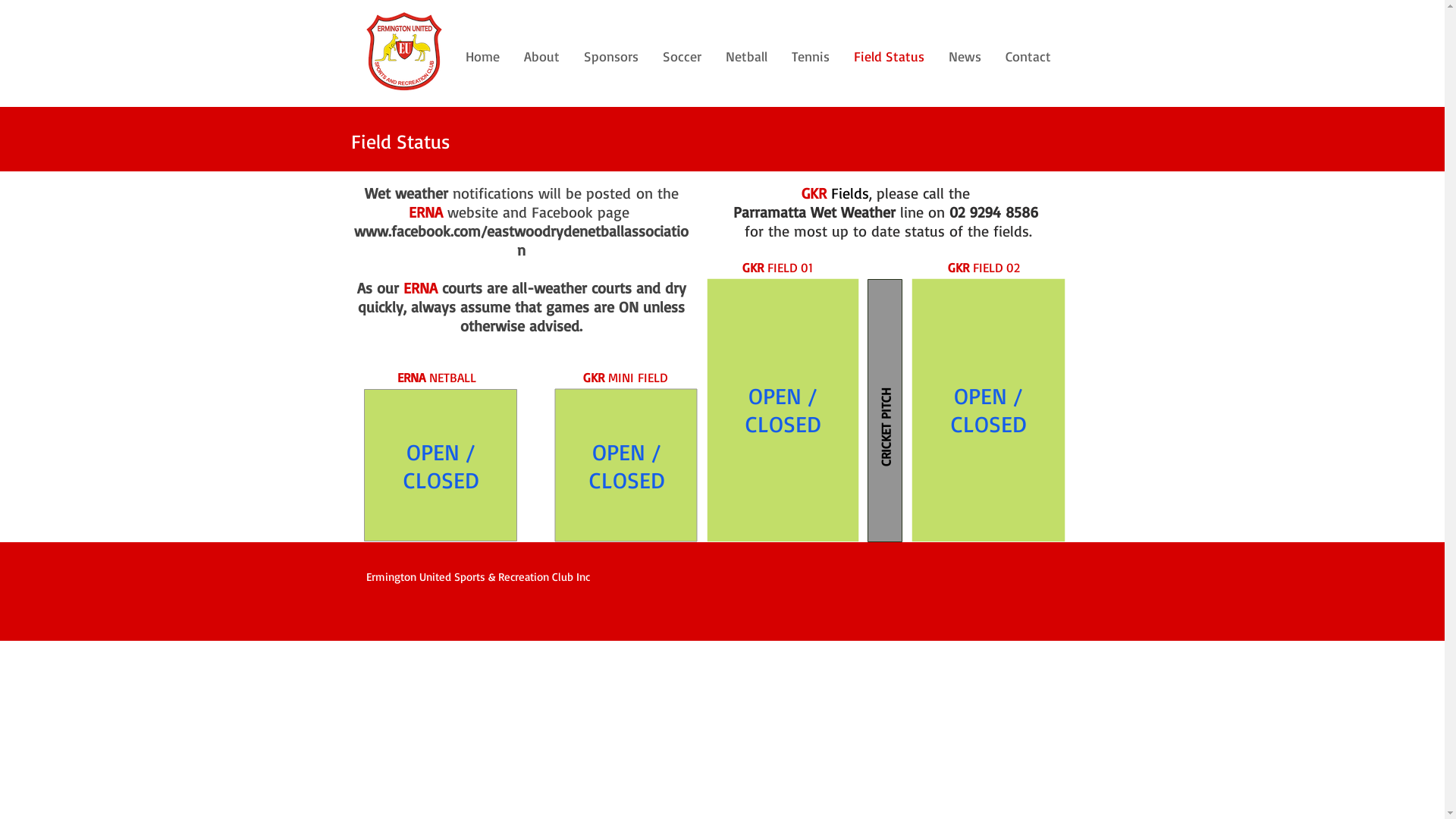 The image size is (1456, 819). I want to click on 'Sponsors', so click(611, 55).